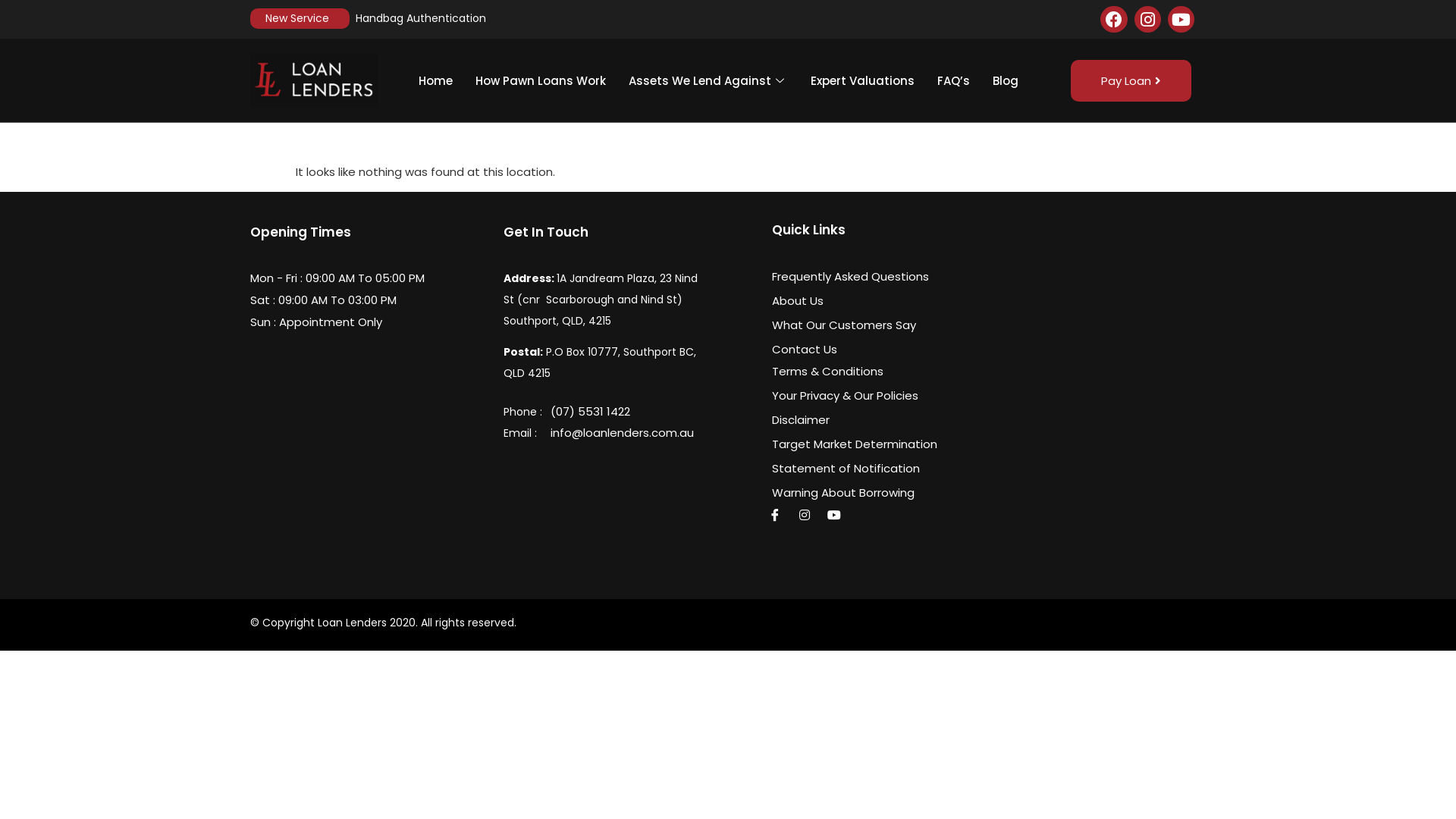  Describe the element at coordinates (435, 80) in the screenshot. I see `'Home'` at that location.